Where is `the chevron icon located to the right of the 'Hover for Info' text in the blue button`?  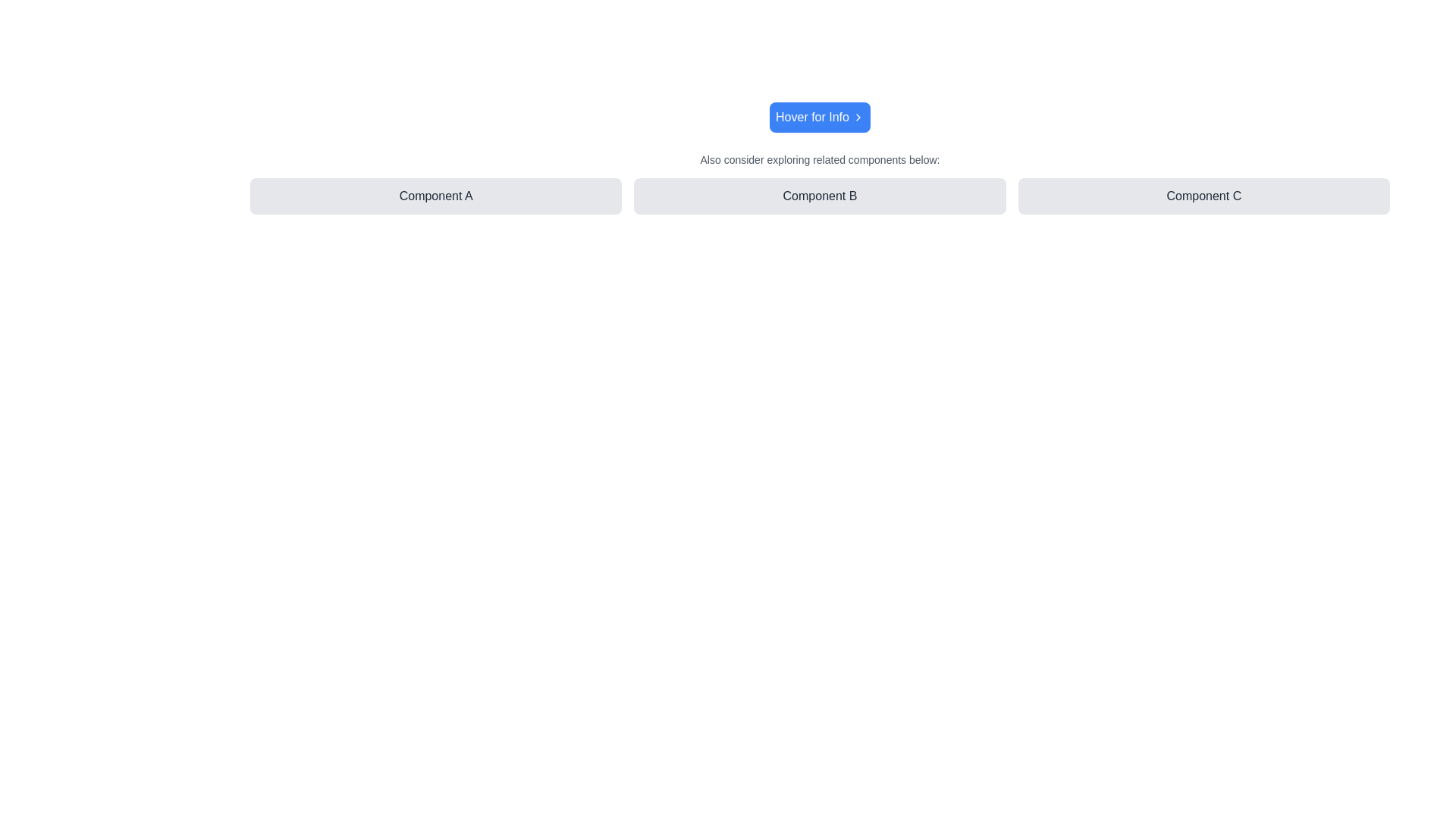 the chevron icon located to the right of the 'Hover for Info' text in the blue button is located at coordinates (858, 116).